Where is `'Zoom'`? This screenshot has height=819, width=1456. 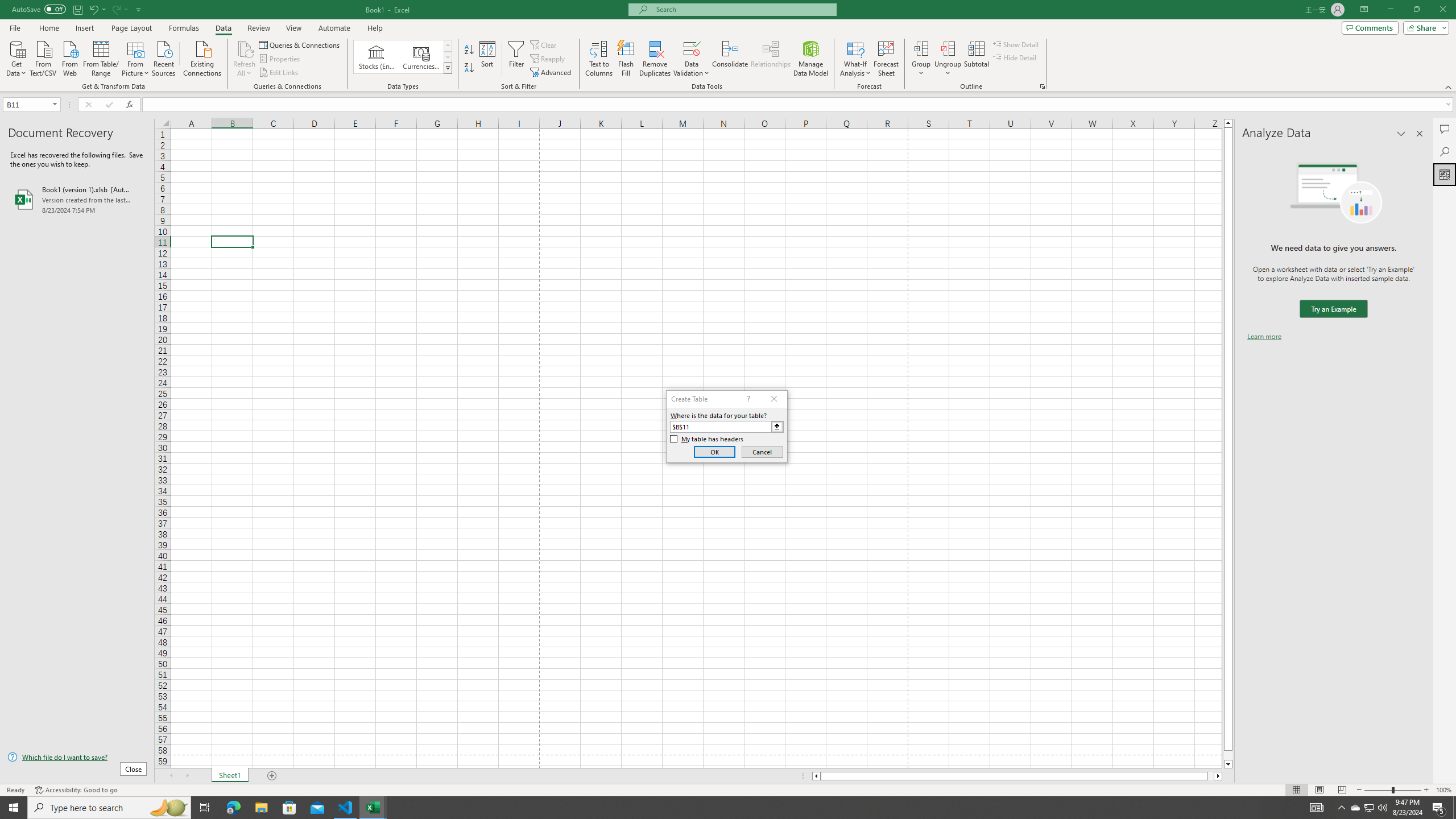
'Zoom' is located at coordinates (1392, 790).